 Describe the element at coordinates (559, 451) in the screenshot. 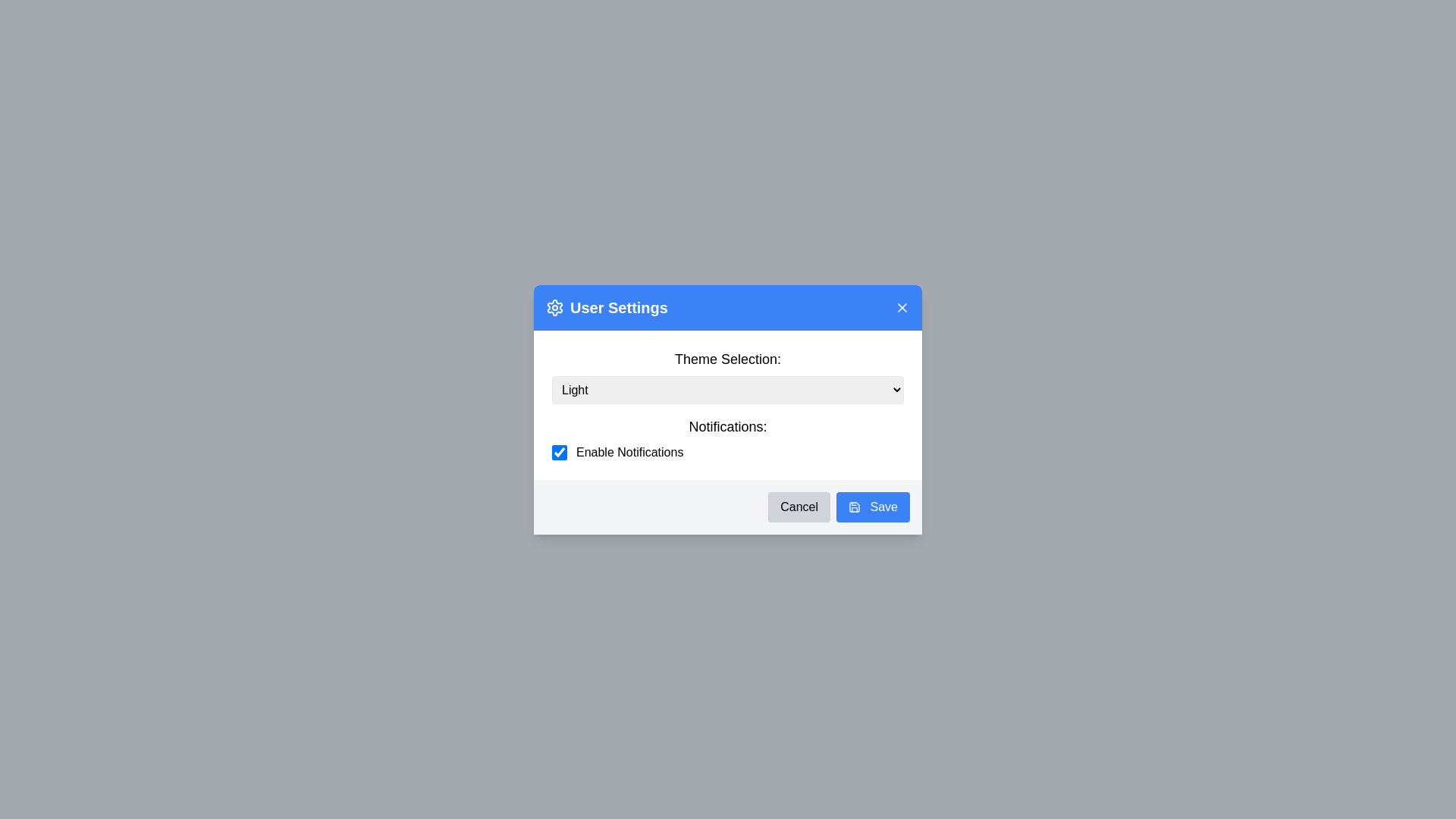

I see `the checkbox located in the 'Enable Notifications' group` at that location.